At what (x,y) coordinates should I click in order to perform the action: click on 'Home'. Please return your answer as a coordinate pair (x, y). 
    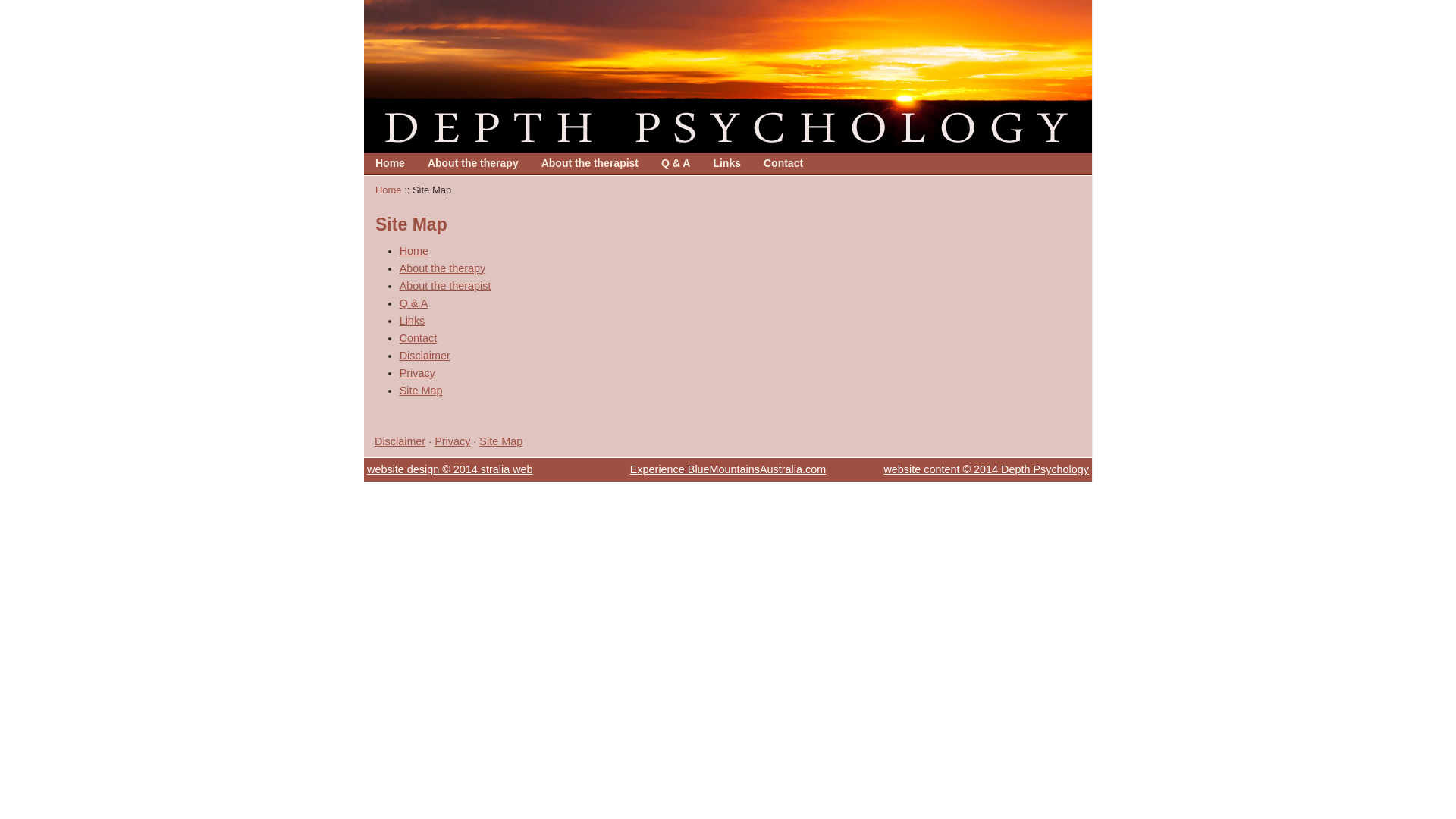
    Looking at the image, I should click on (414, 250).